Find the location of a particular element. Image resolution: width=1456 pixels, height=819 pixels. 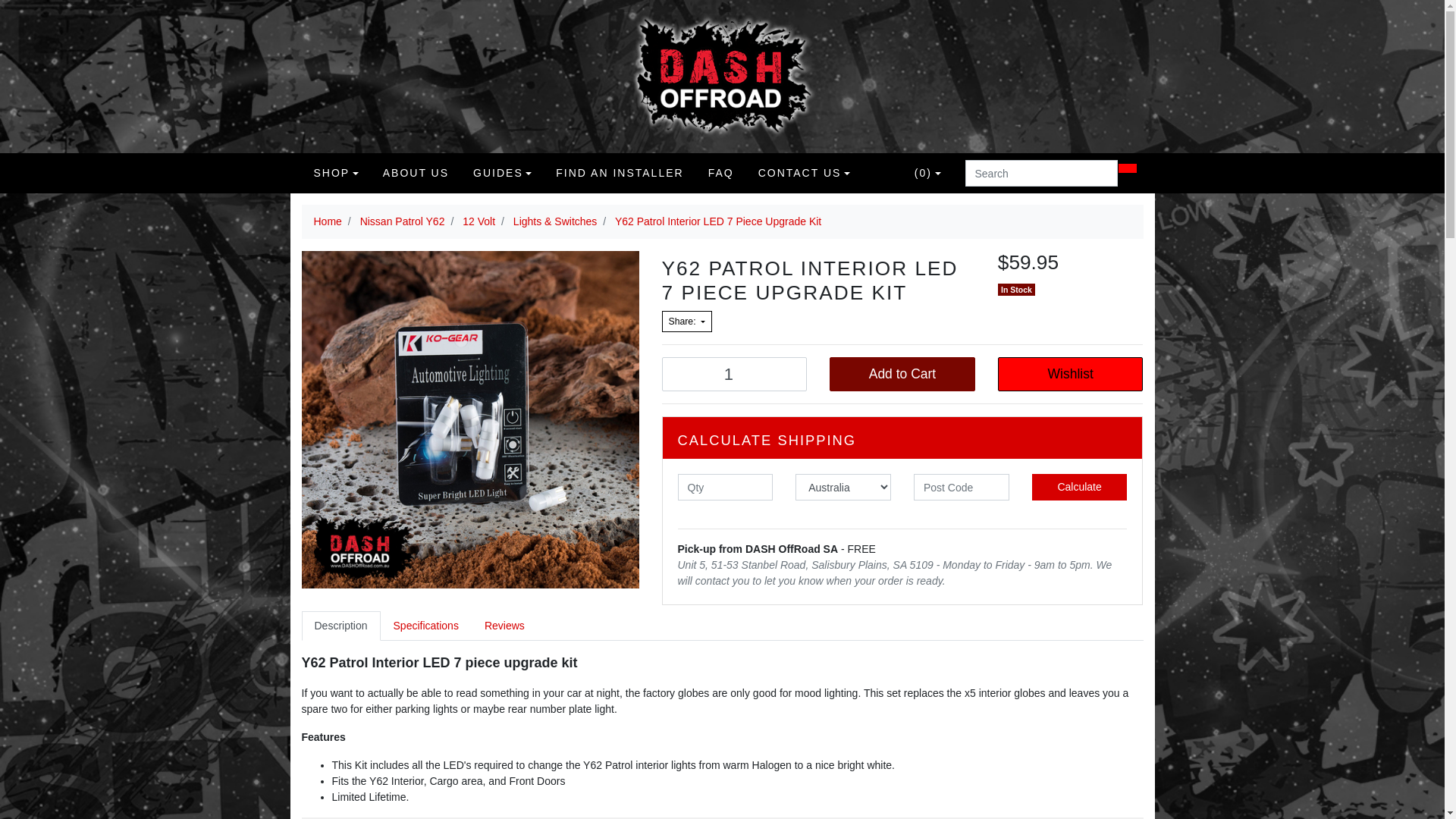

'Skip to main content' is located at coordinates (0, 0).